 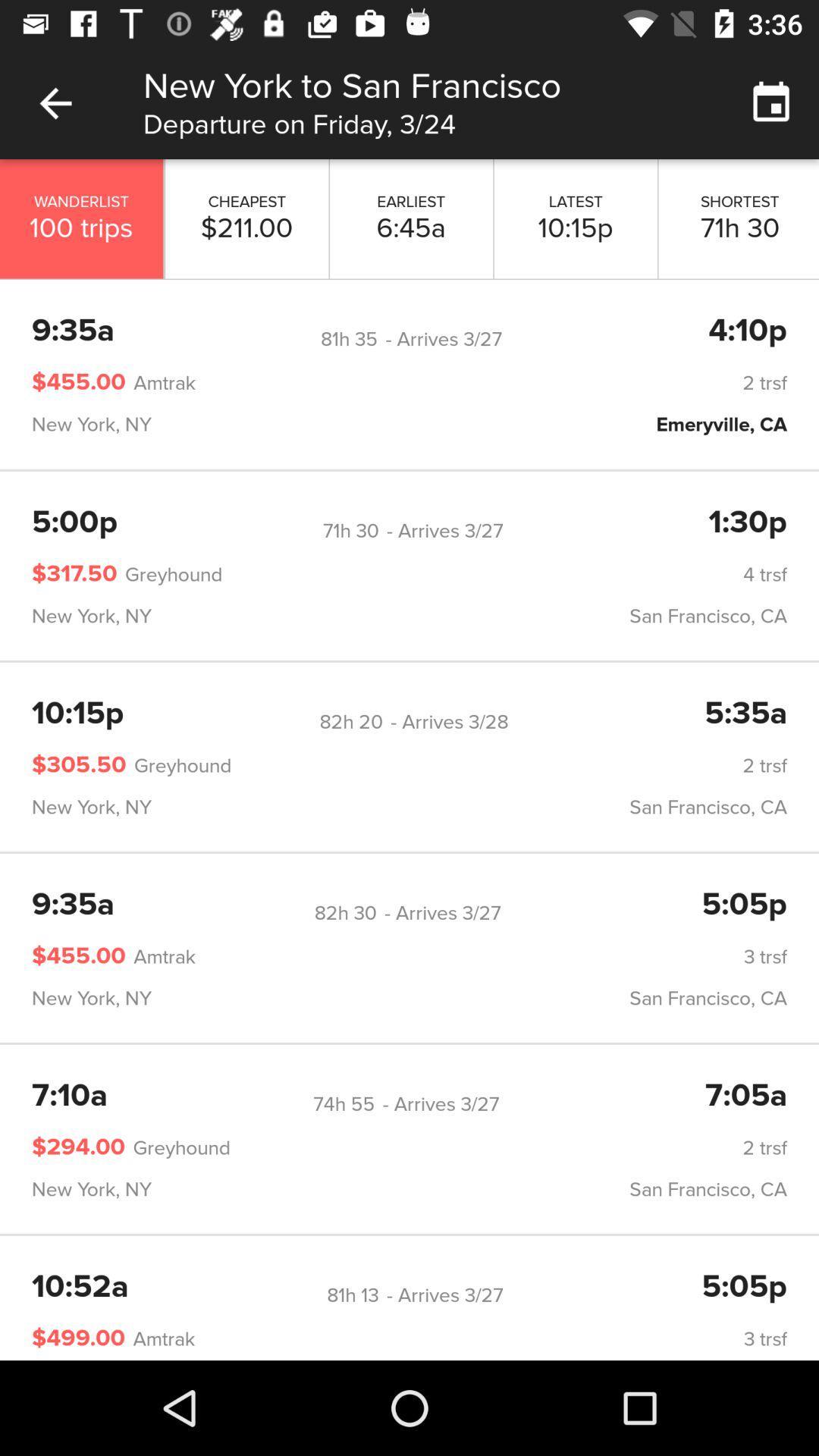 What do you see at coordinates (345, 912) in the screenshot?
I see `icon next to - arrives 3/27 icon` at bounding box center [345, 912].